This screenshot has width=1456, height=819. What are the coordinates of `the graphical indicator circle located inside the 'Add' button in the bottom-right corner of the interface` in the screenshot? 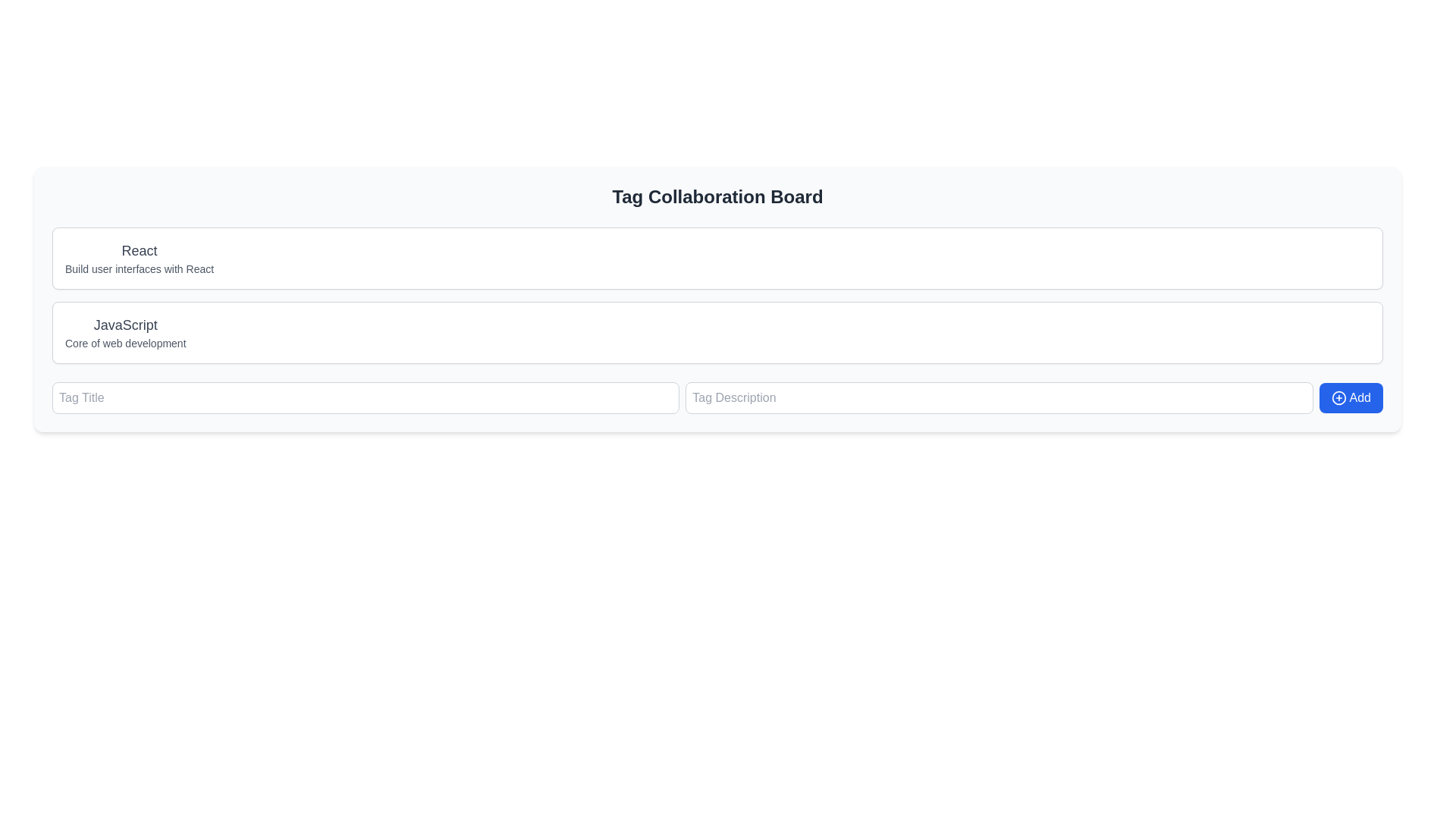 It's located at (1338, 397).